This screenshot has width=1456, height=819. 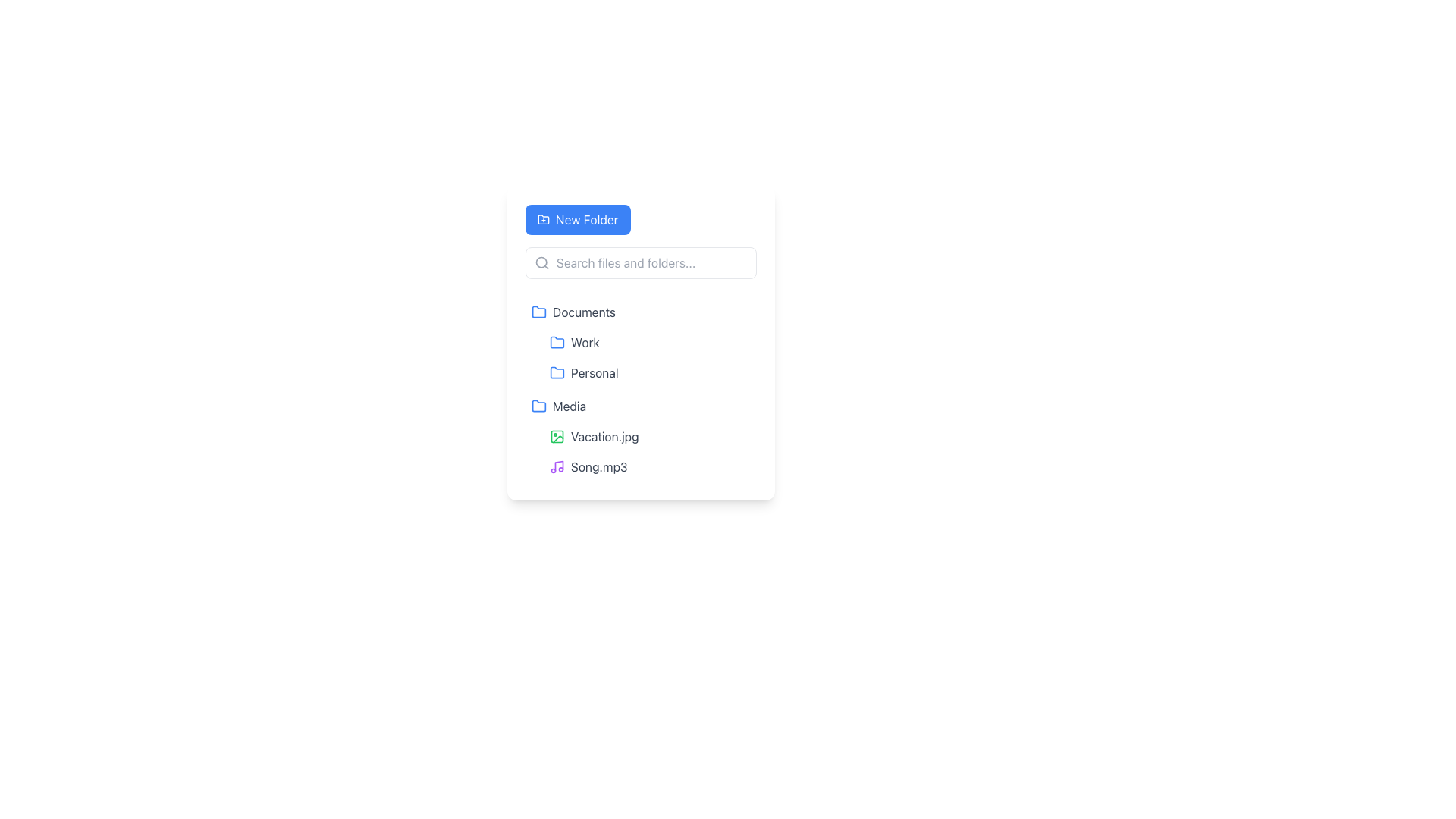 I want to click on details of the music icon represented by a purple musical note, located to the left of the text 'Song.mp3', so click(x=556, y=466).